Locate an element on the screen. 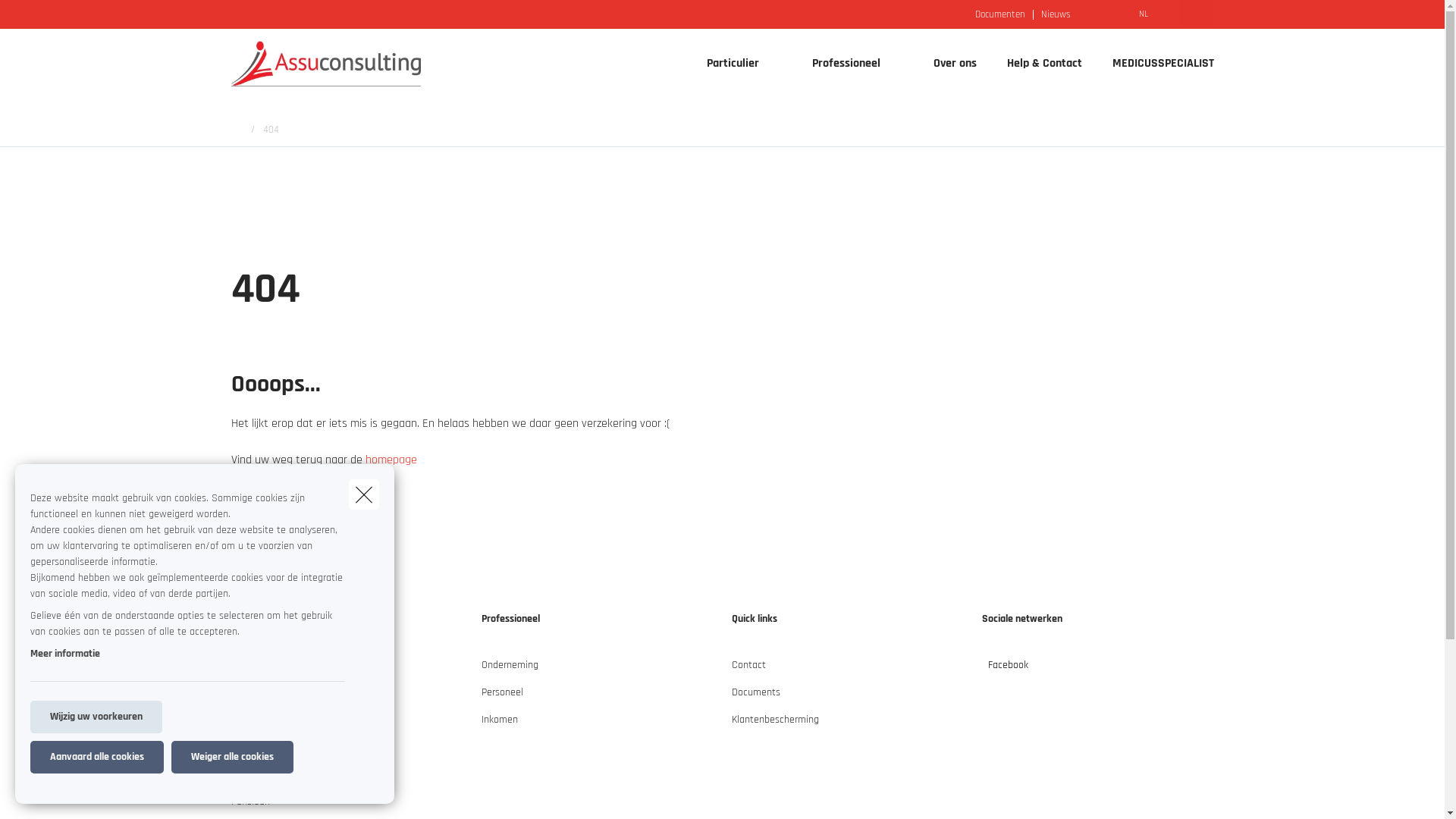 The height and width of the screenshot is (819, 1456). 'Particulier' is located at coordinates (726, 63).